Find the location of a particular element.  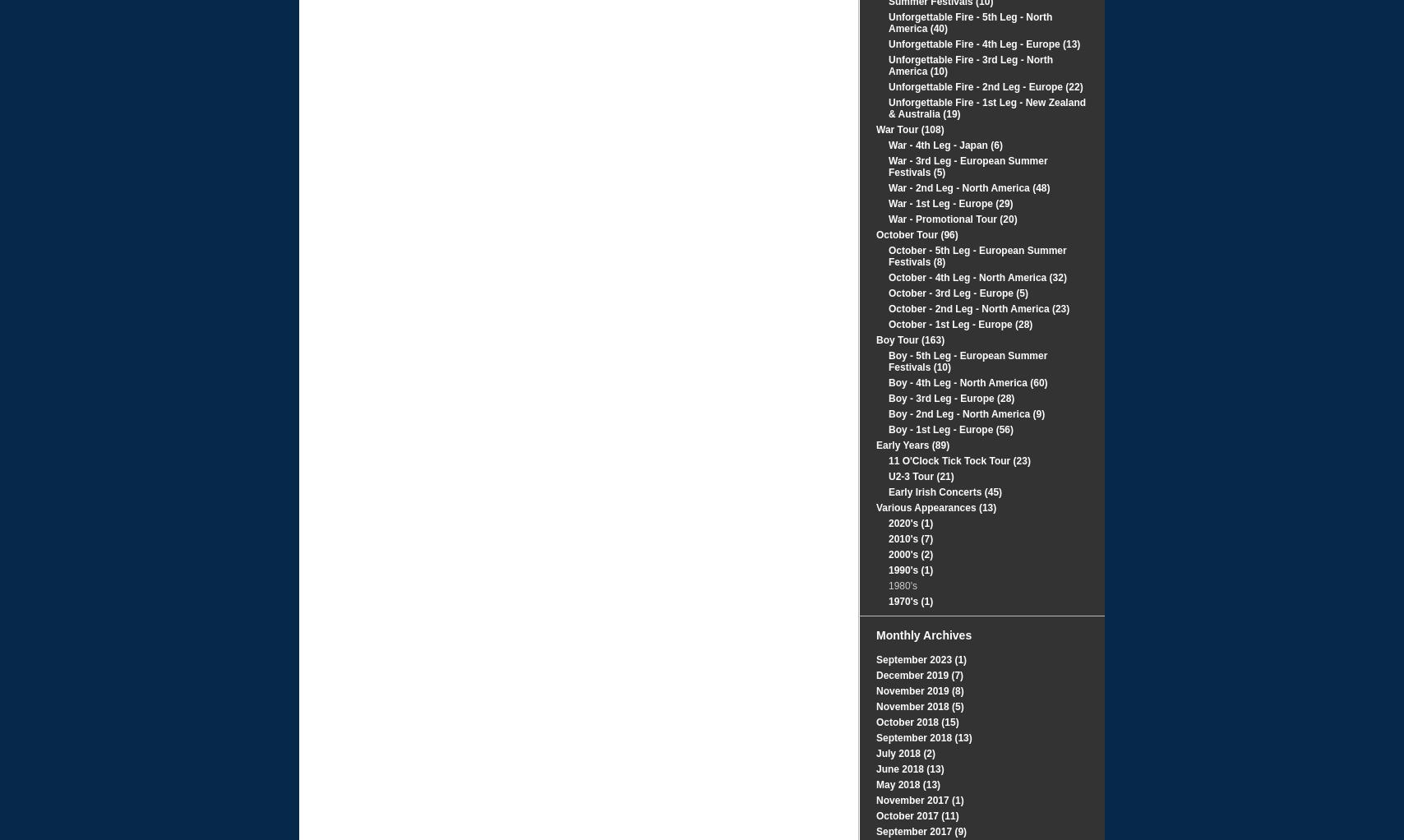

'War - 4th Leg - Japan (6)' is located at coordinates (888, 145).